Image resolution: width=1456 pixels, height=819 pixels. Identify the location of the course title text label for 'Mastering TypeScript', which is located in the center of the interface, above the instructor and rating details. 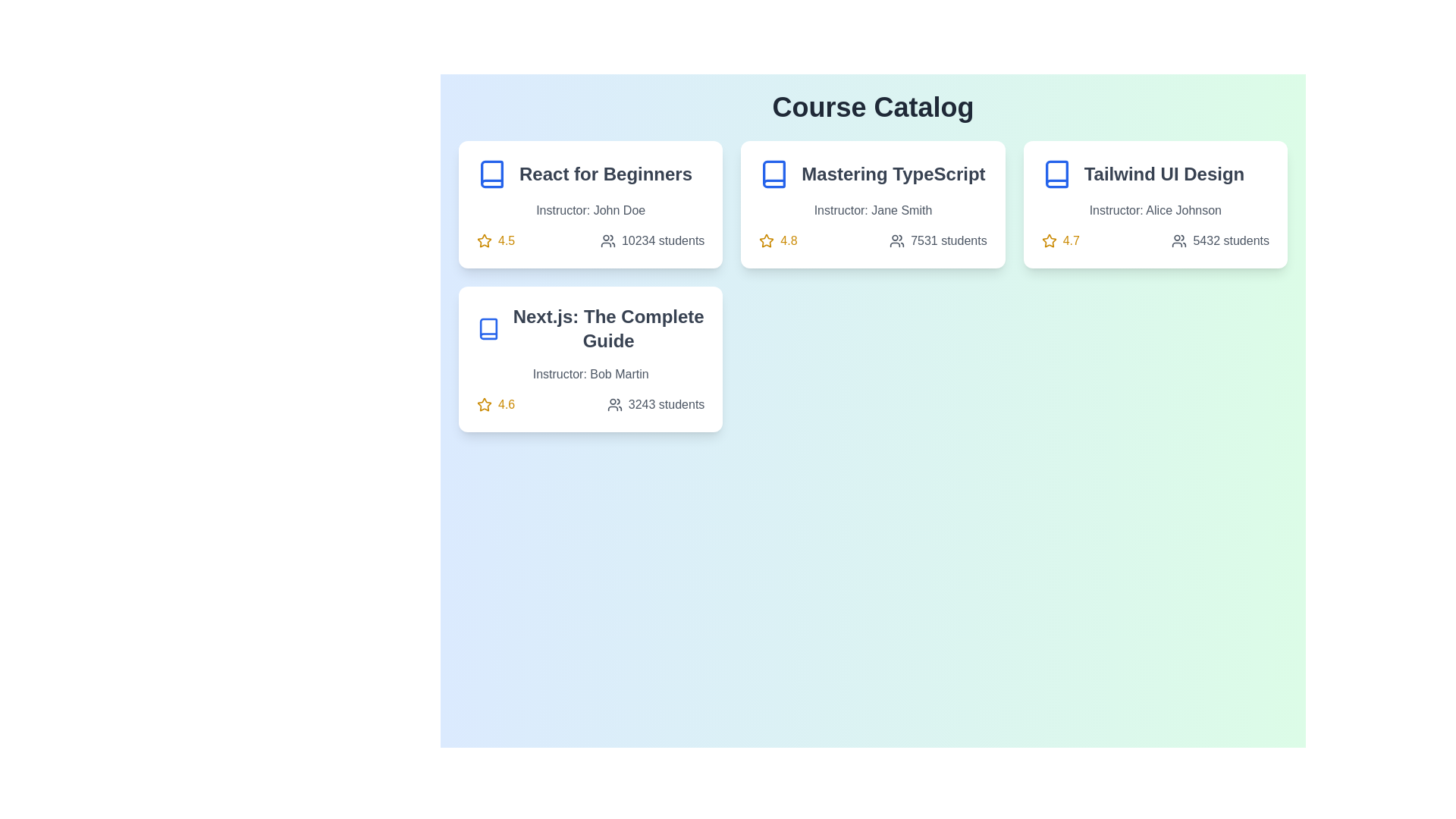
(873, 174).